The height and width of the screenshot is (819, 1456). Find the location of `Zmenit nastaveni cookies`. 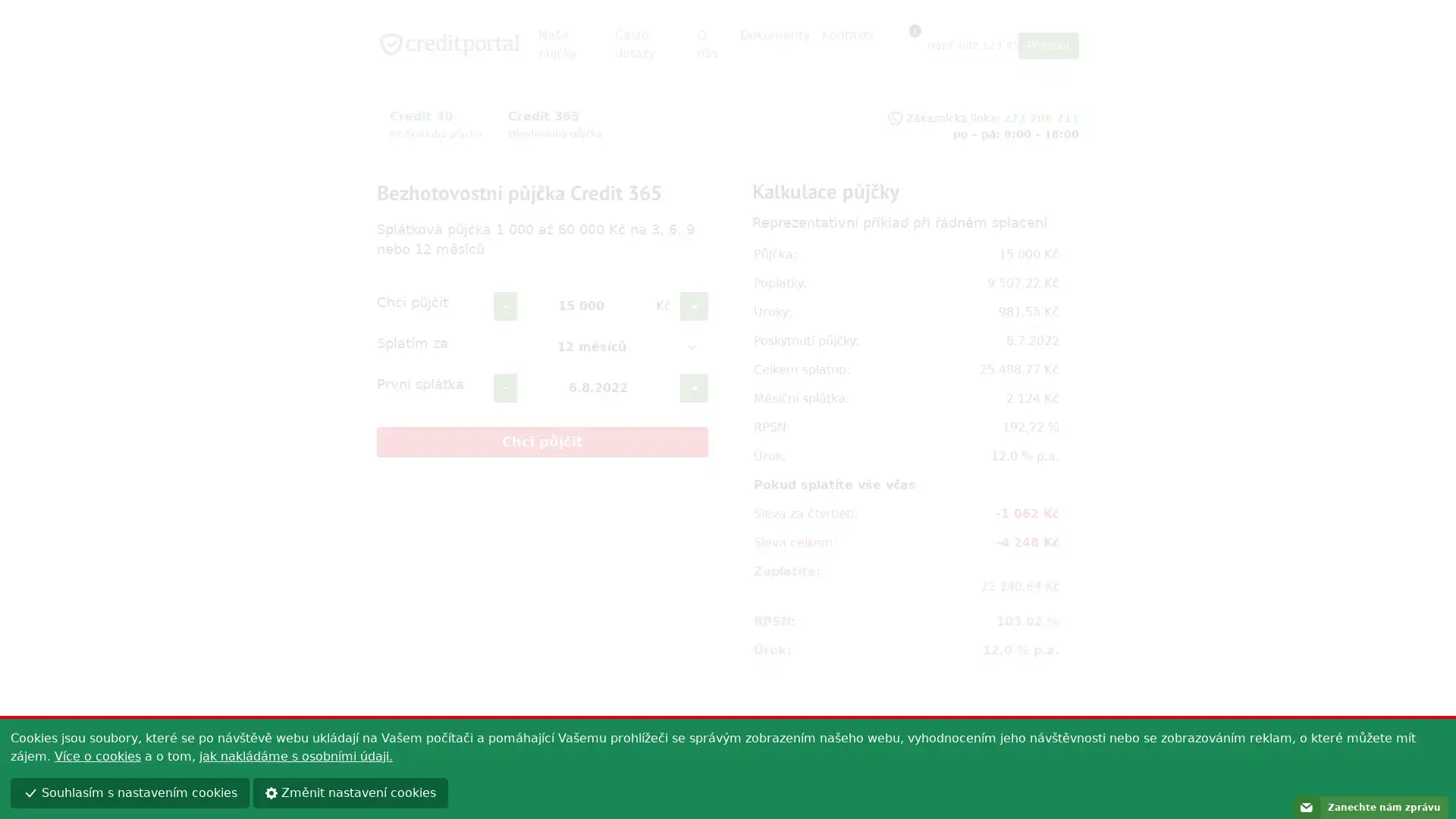

Zmenit nastaveni cookies is located at coordinates (350, 792).